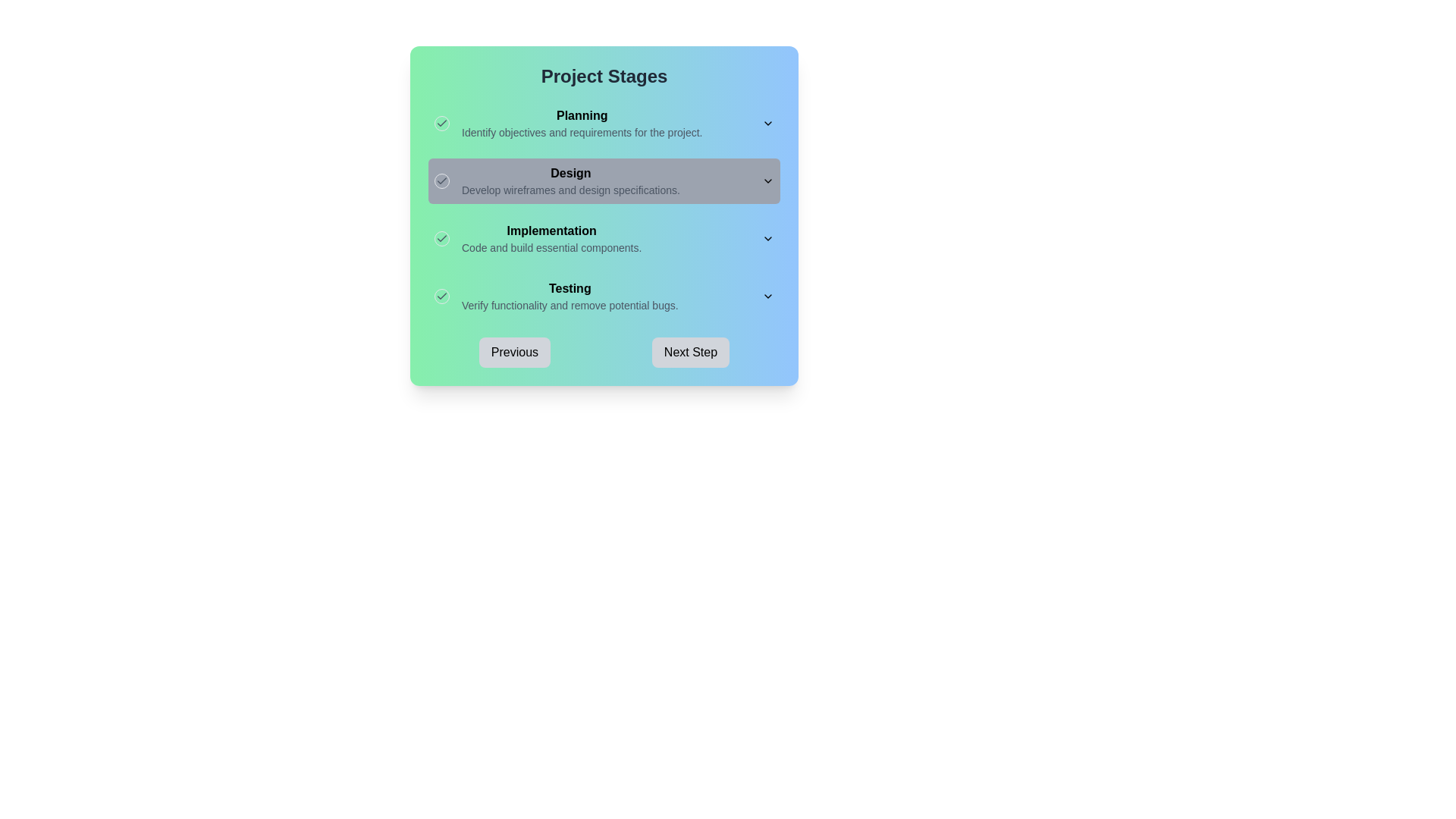 This screenshot has width=1456, height=819. I want to click on the bold text label displaying the word 'Planning' located in the 'Project Stages' section, positioned at the top of its section with a gradient background, so click(581, 115).